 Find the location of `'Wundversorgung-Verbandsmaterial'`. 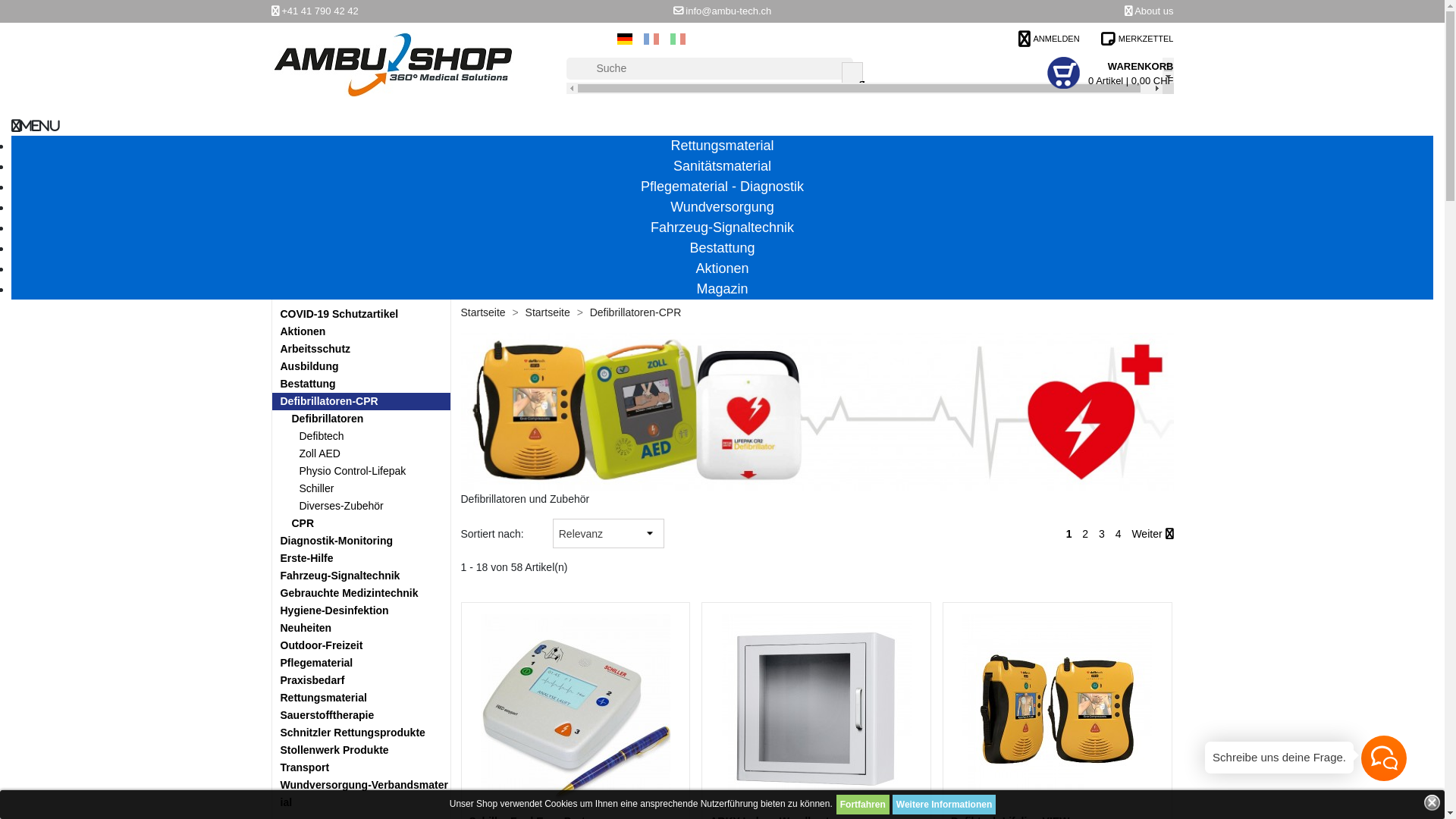

'Wundversorgung-Verbandsmaterial' is located at coordinates (271, 792).